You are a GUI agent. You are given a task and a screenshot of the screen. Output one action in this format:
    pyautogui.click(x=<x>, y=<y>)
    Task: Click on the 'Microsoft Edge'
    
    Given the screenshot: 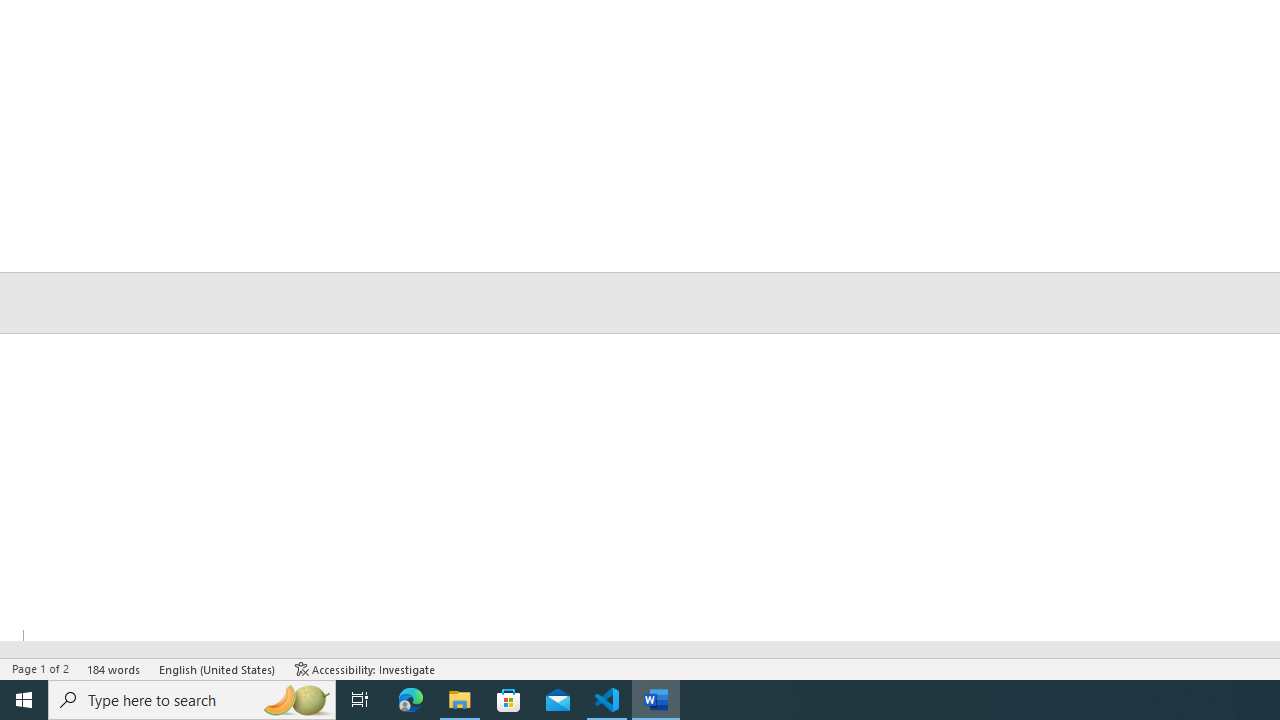 What is the action you would take?
    pyautogui.click(x=410, y=698)
    